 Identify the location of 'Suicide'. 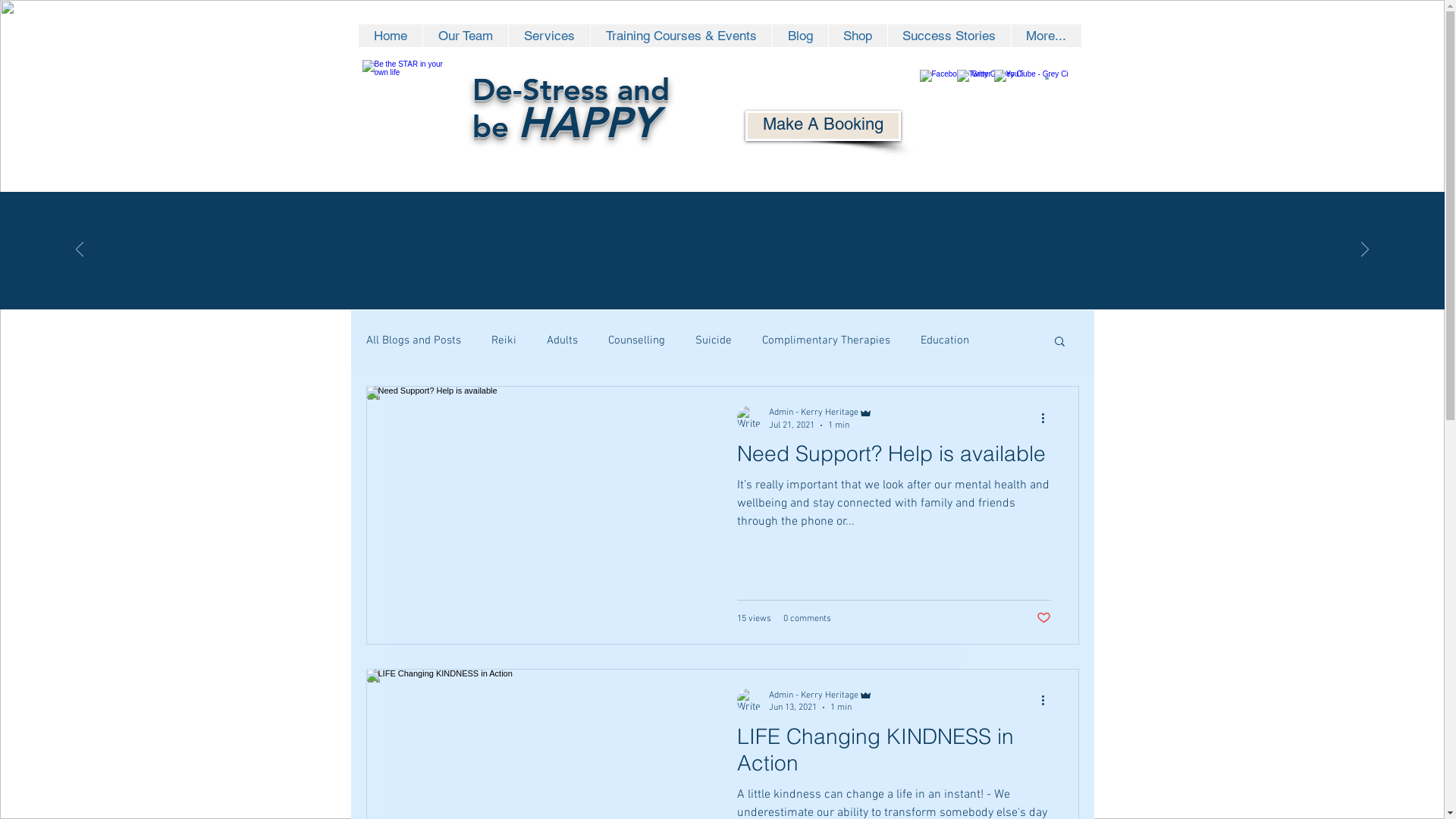
(712, 339).